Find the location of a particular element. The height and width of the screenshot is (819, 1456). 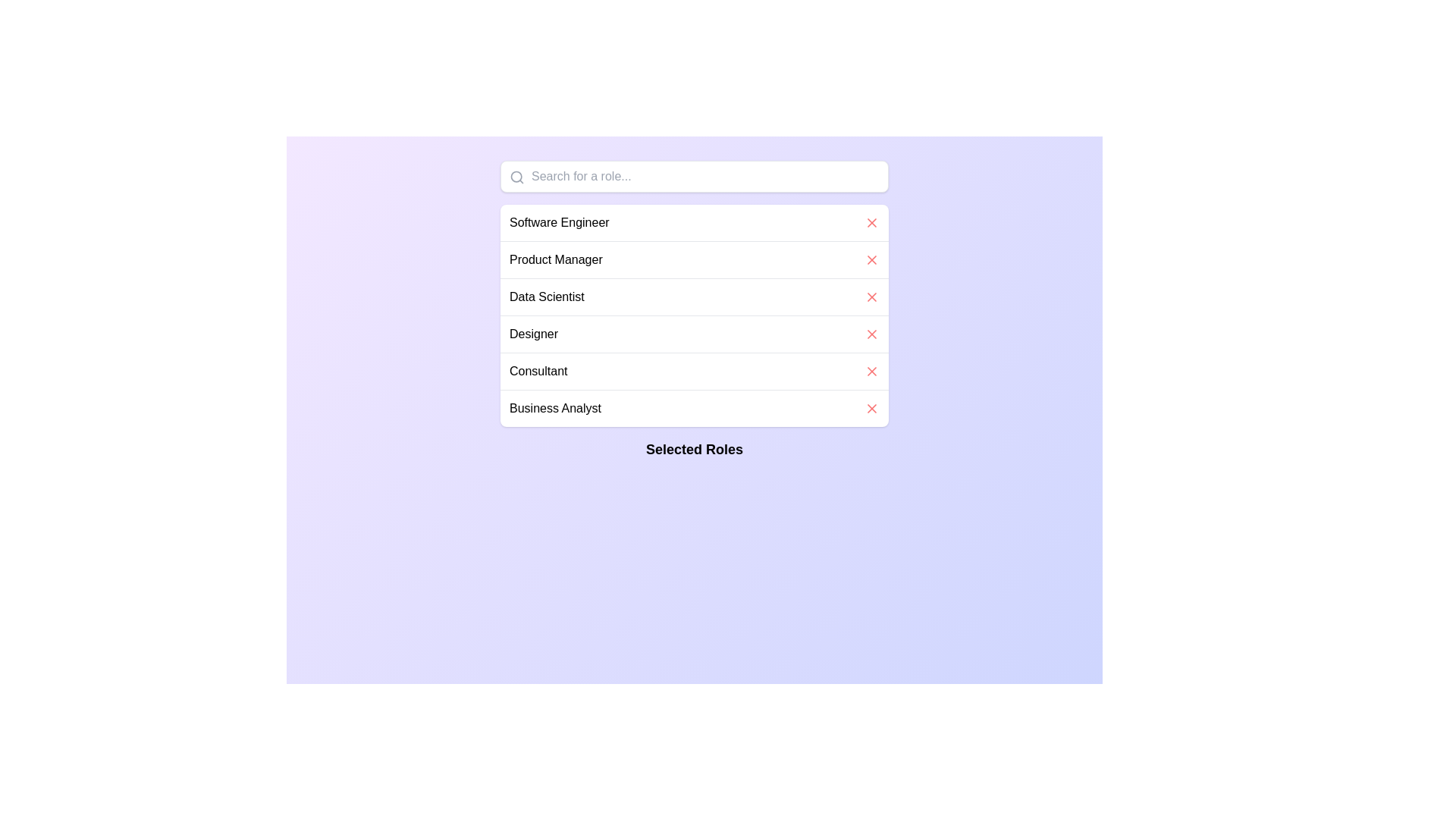

the 'X' icon located at the far right of the 'Consultant' row is located at coordinates (872, 371).